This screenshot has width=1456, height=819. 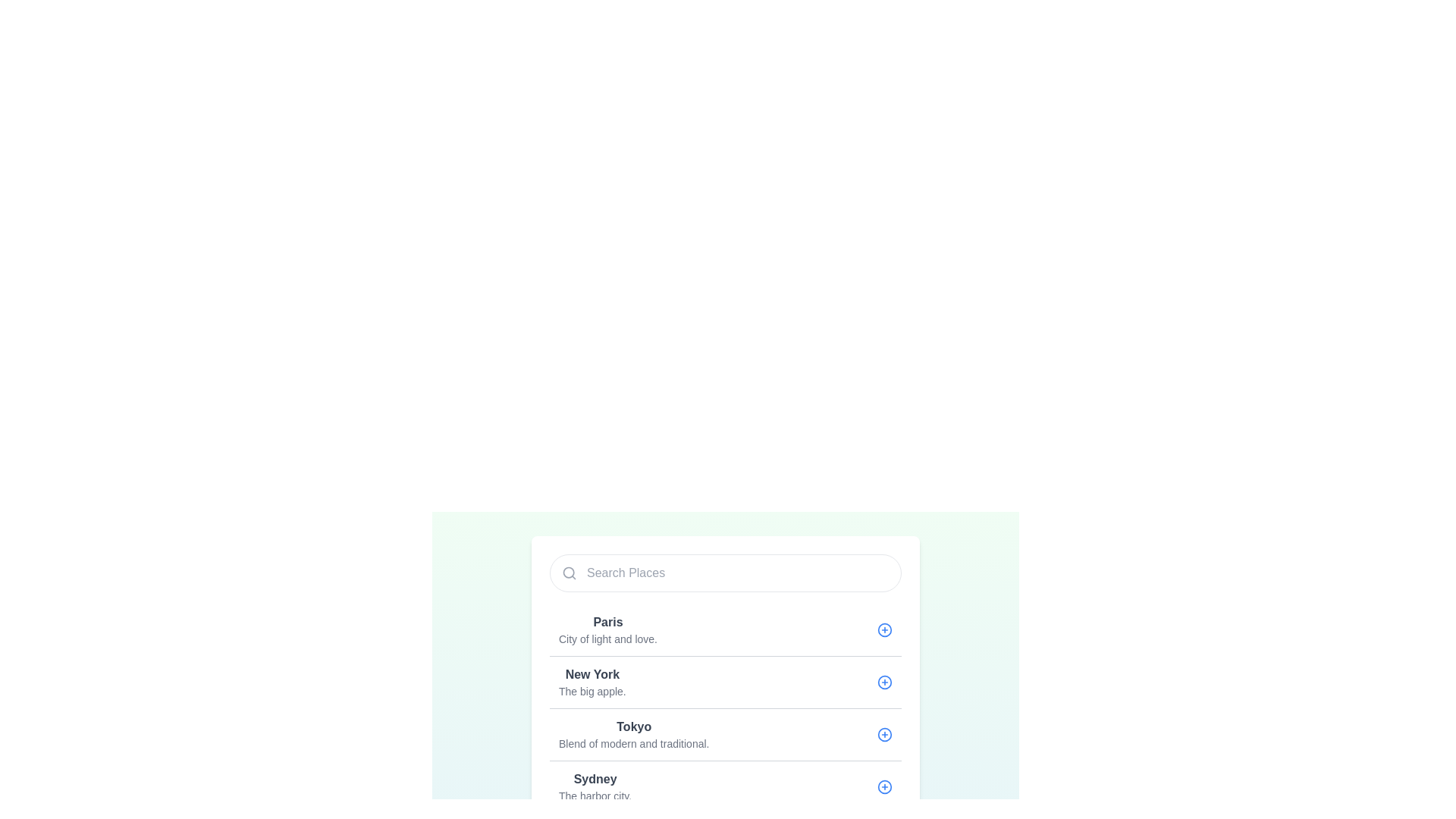 What do you see at coordinates (724, 786) in the screenshot?
I see `the fourth list item titled 'Sydney' with the subtitle 'The harbor city.'` at bounding box center [724, 786].